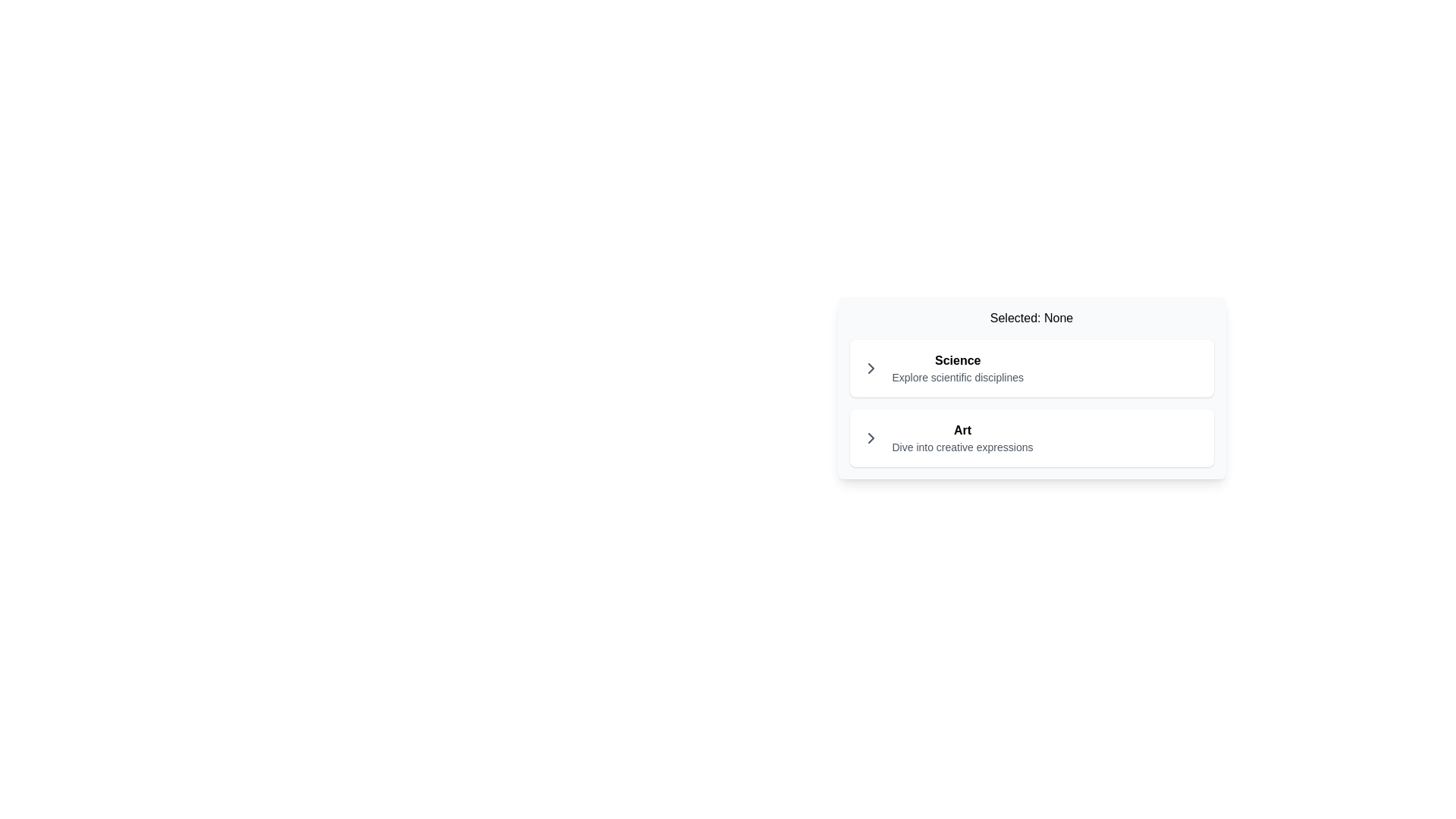 The image size is (1456, 819). I want to click on the right-pointing chevron icon next to the 'Art' category for navigational hint, so click(871, 438).